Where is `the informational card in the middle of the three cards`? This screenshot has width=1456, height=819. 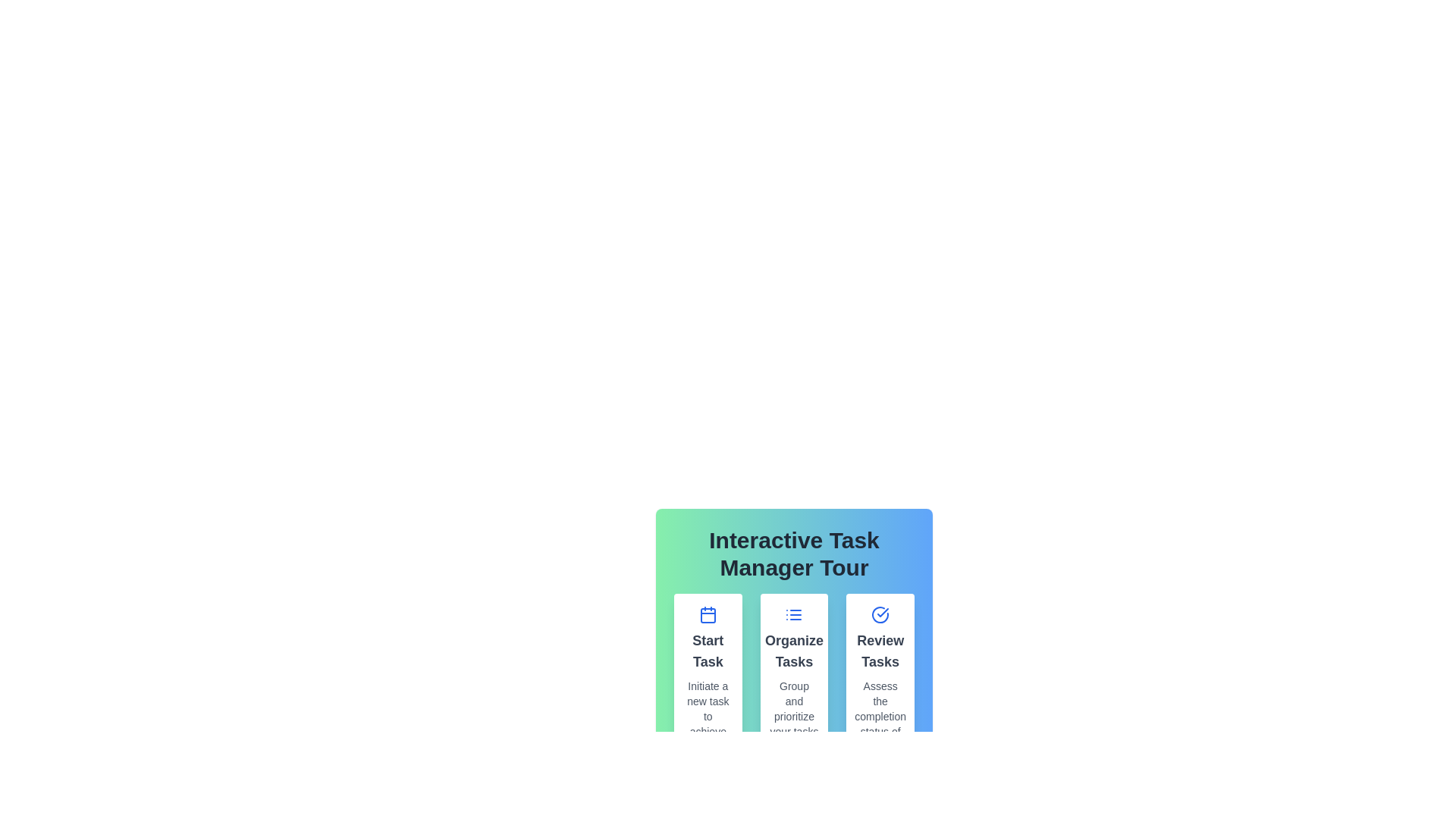 the informational card in the middle of the three cards is located at coordinates (793, 687).